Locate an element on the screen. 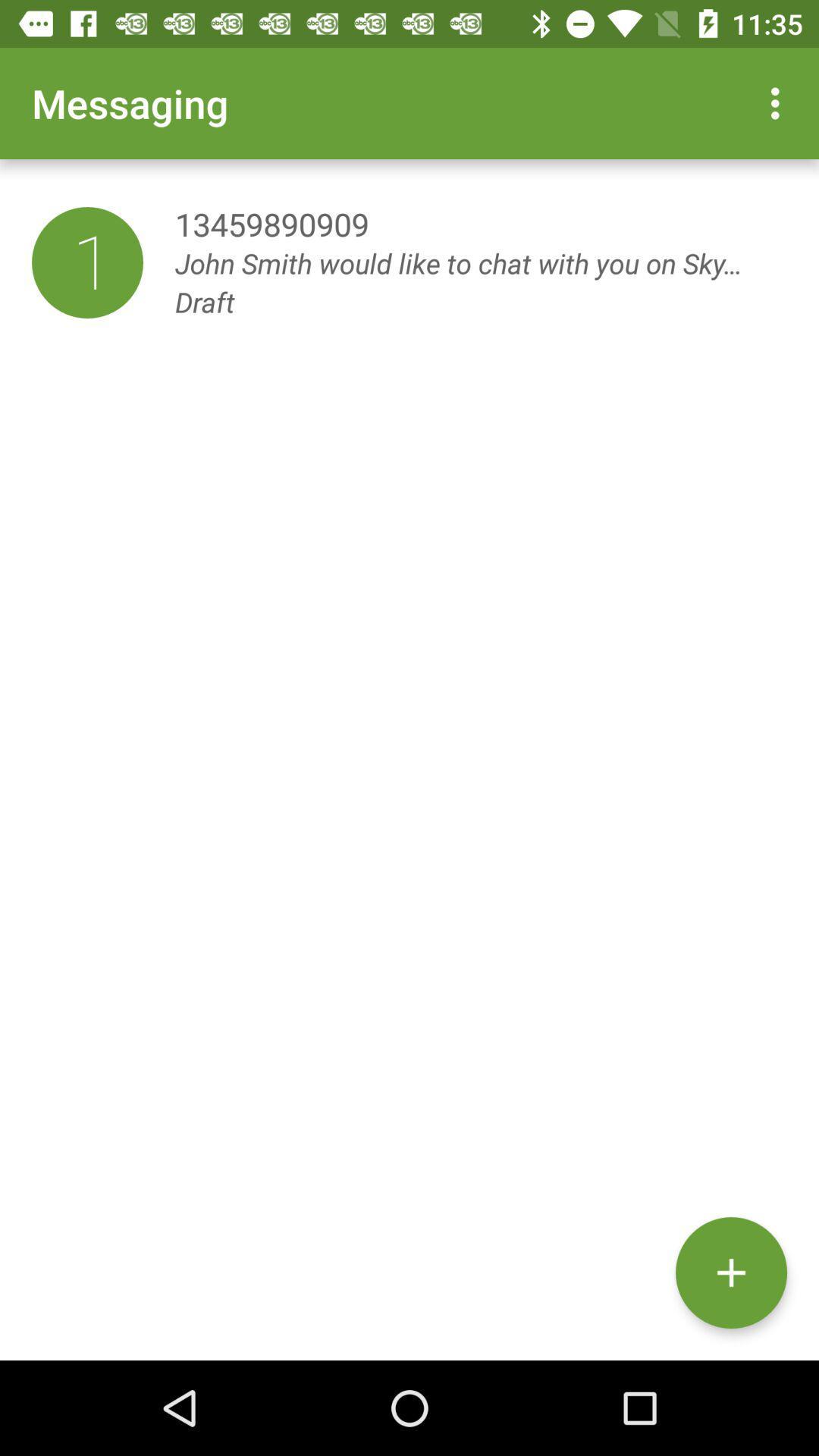 This screenshot has width=819, height=1456. the item below the messaging item is located at coordinates (87, 262).